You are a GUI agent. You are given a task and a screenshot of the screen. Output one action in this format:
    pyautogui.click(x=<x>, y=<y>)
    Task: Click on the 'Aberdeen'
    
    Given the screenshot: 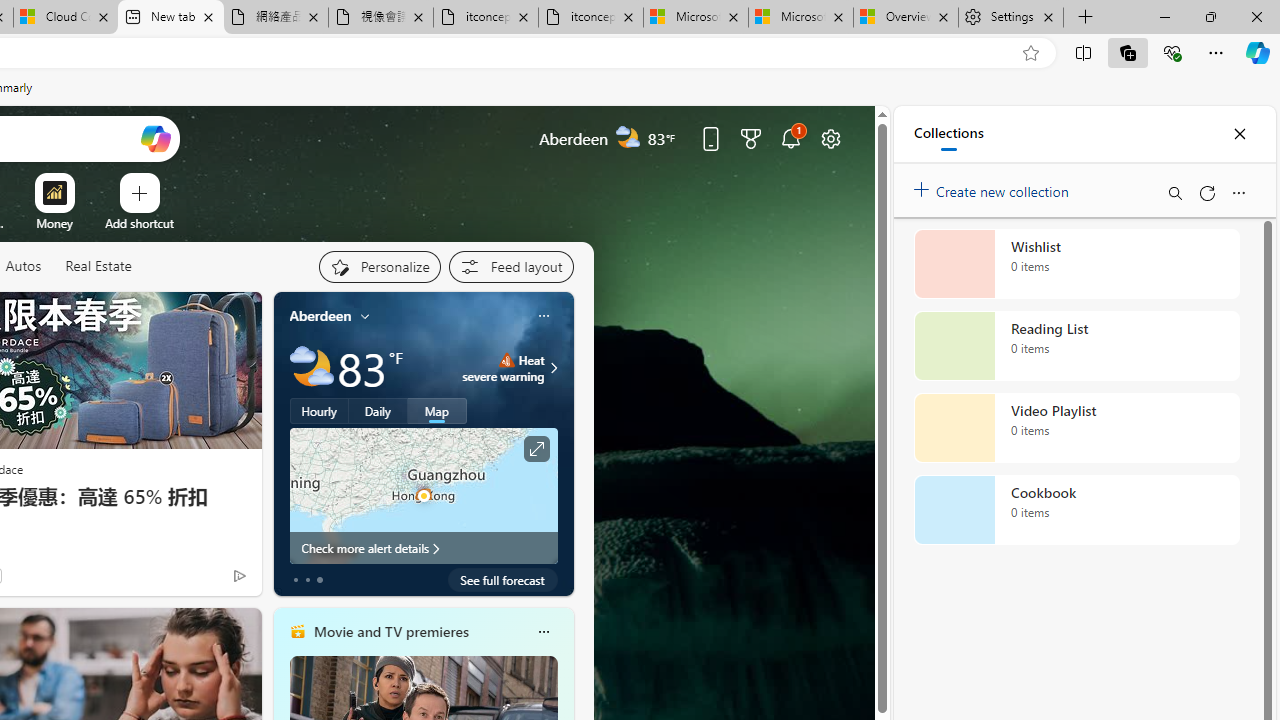 What is the action you would take?
    pyautogui.click(x=320, y=315)
    